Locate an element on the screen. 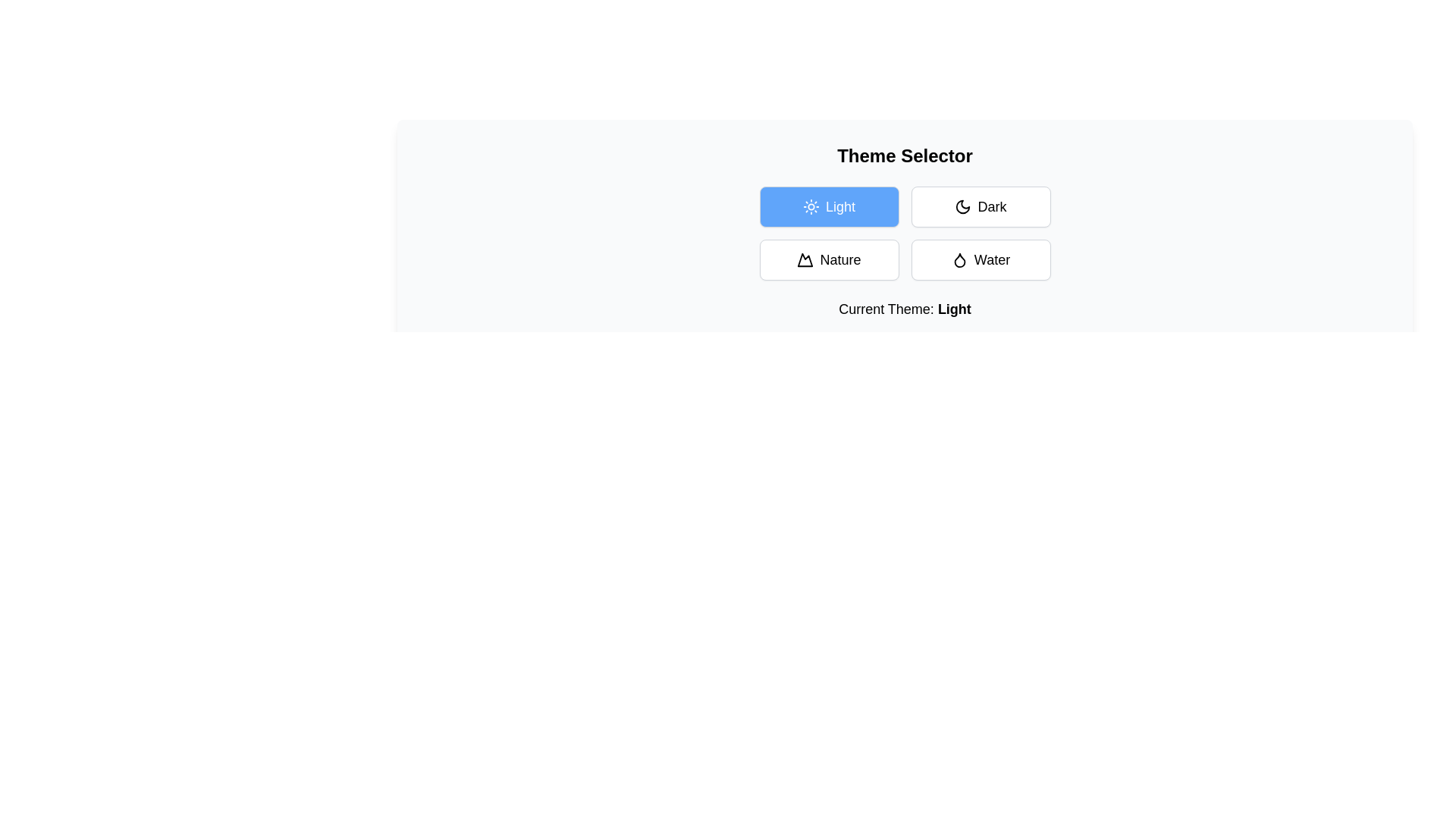 This screenshot has height=819, width=1456. the top-right button labeled 'Dark' with a moon icon is located at coordinates (981, 207).